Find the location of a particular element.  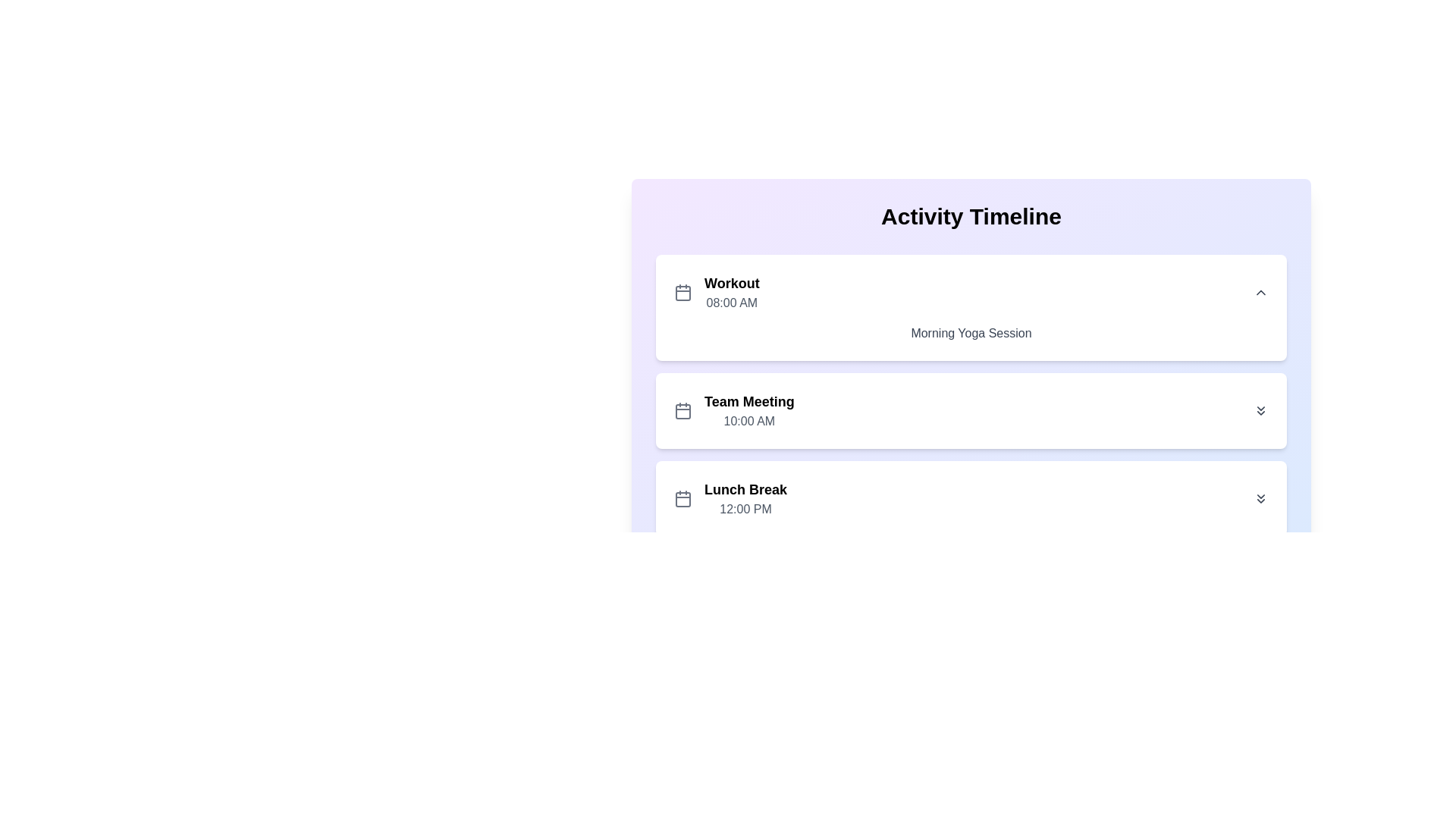

the information displayed in the Label showing 'Lunch Break' and '12:00 PM', which is the third entry in the vertical list of cards under the 'Activity Timeline' section is located at coordinates (745, 499).